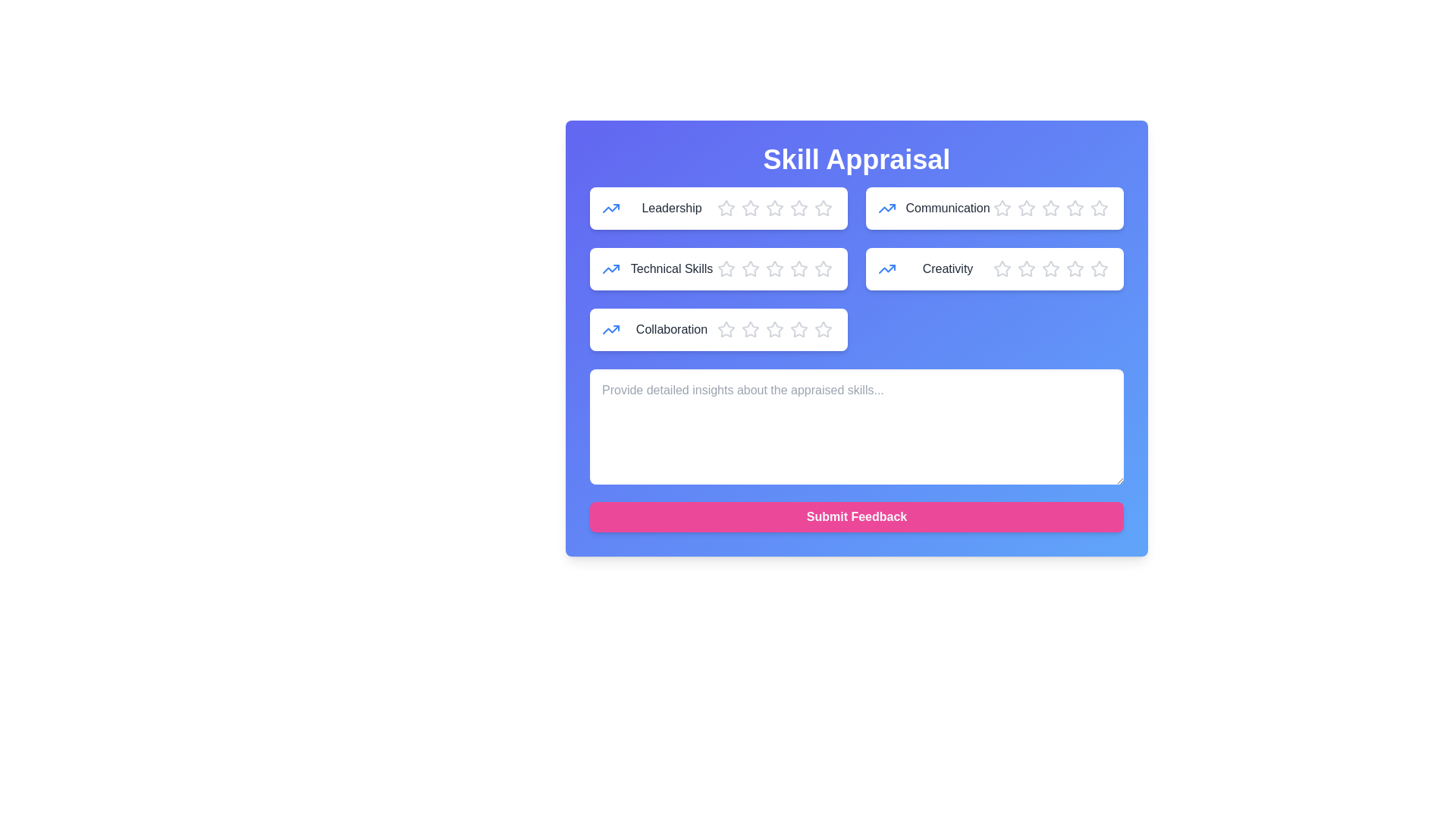  What do you see at coordinates (775, 208) in the screenshot?
I see `the star corresponding to 3 stars to preview the rating` at bounding box center [775, 208].